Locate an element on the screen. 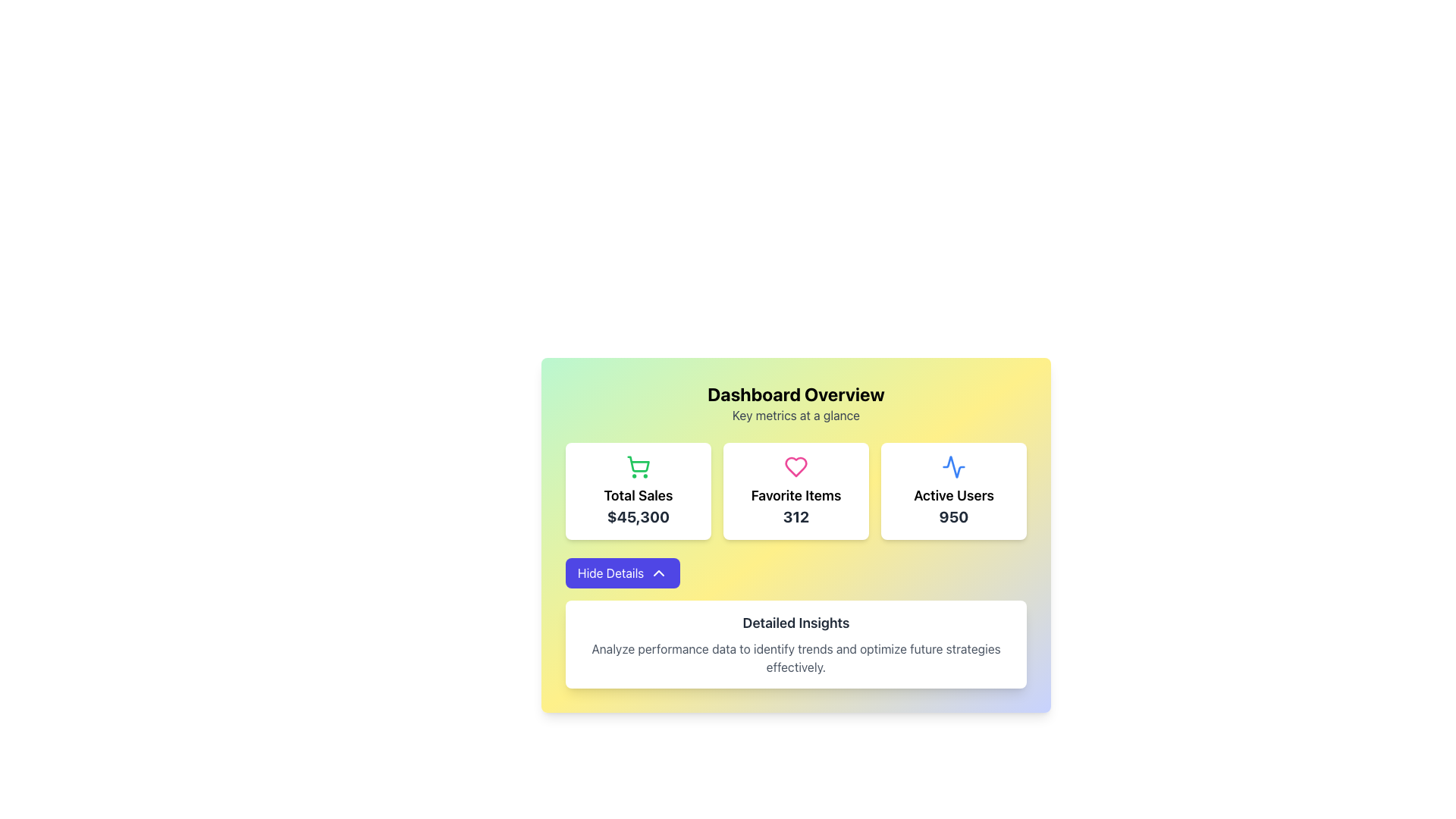 Image resolution: width=1456 pixels, height=819 pixels. text label that says 'Key metrics at a glance', which is styled in gray and located below the 'Dashboard Overview' header in the dashboard interface is located at coordinates (795, 415).